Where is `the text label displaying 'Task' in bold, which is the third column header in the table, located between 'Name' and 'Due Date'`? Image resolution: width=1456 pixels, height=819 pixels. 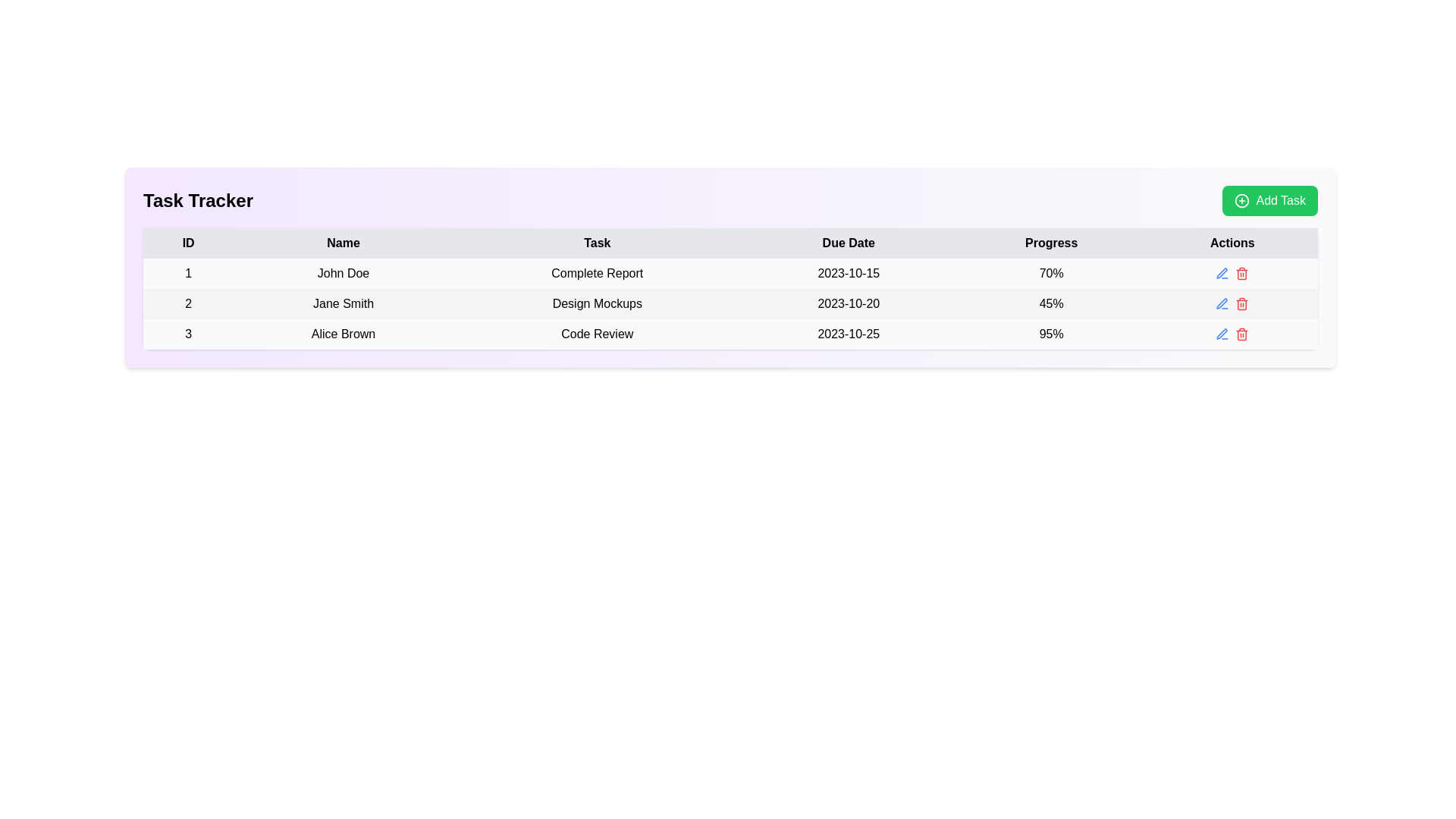
the text label displaying 'Task' in bold, which is the third column header in the table, located between 'Name' and 'Due Date' is located at coordinates (596, 242).